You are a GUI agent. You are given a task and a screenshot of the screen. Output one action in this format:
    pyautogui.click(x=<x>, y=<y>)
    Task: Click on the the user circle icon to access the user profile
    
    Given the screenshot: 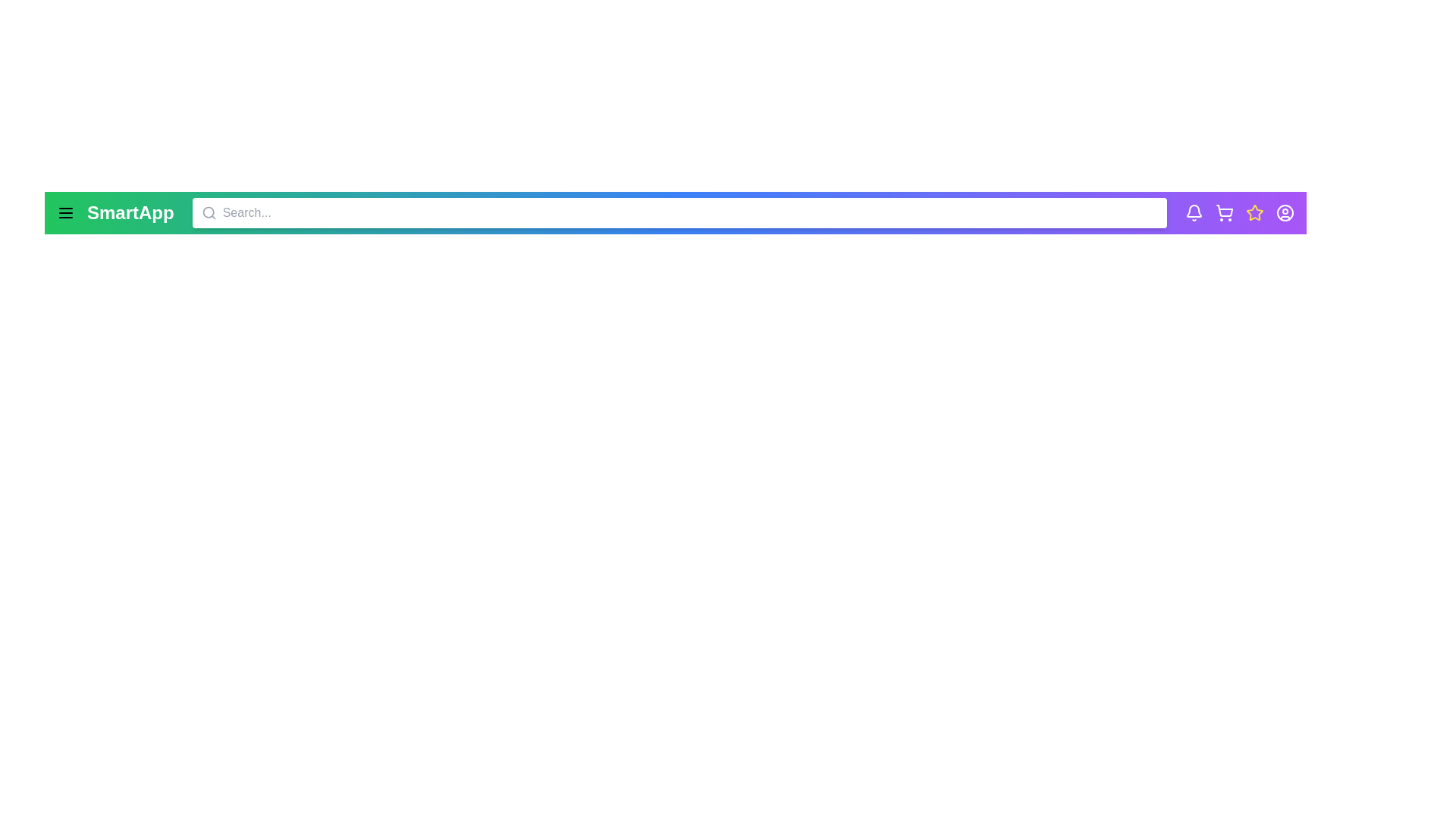 What is the action you would take?
    pyautogui.click(x=1284, y=213)
    